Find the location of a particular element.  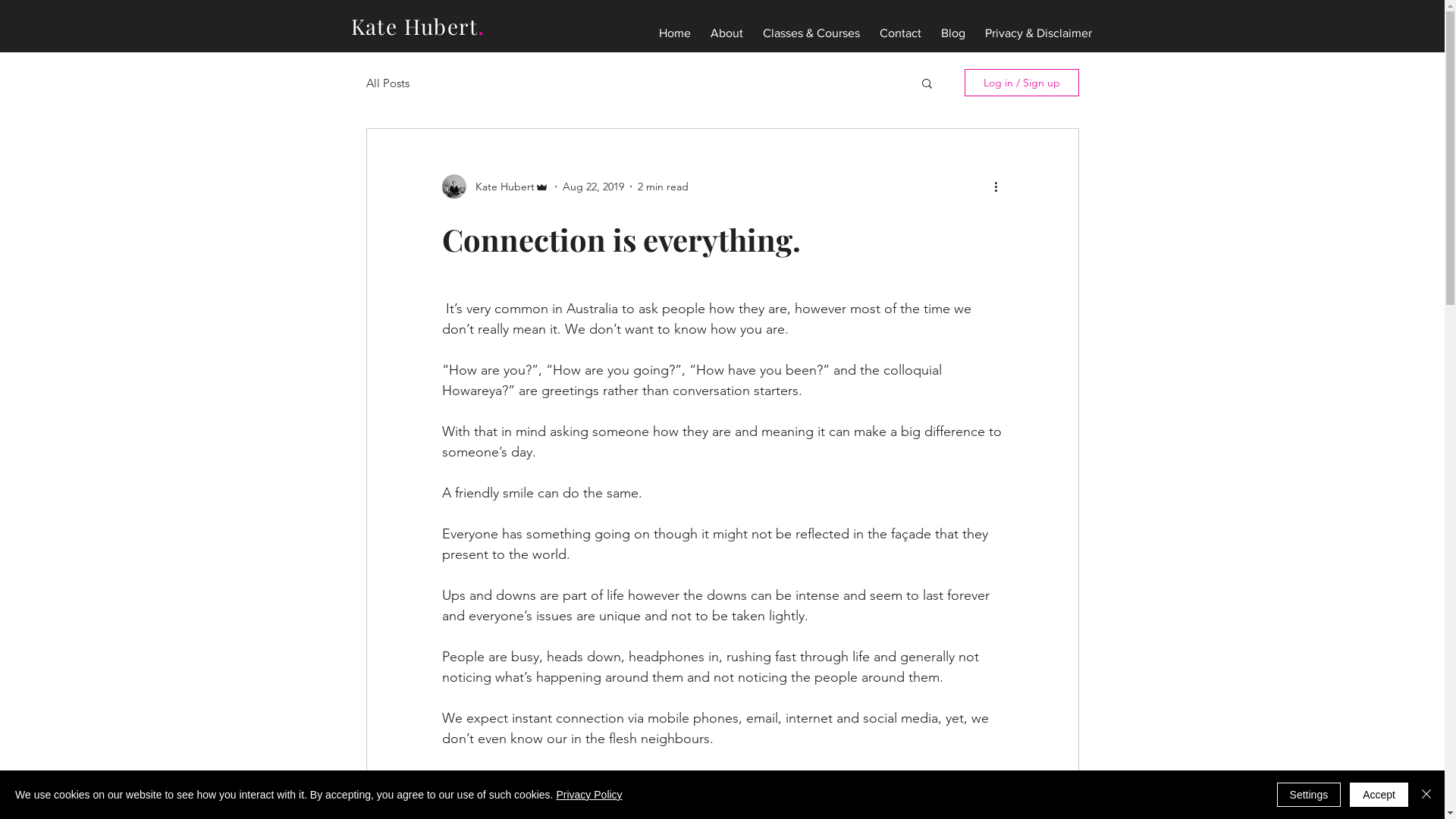

'Privacy & Disclaimer' is located at coordinates (1037, 26).